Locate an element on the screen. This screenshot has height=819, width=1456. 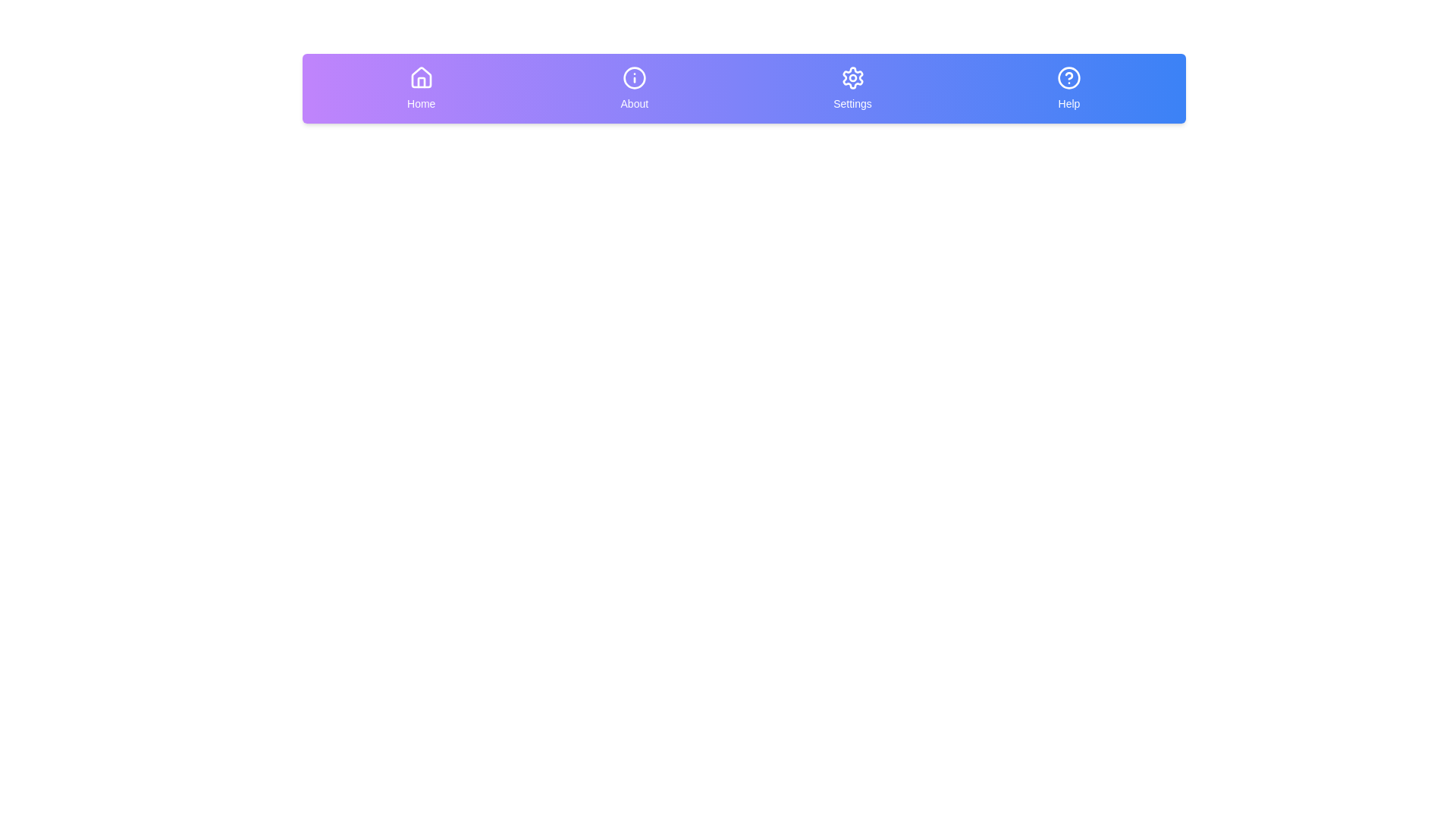
the decorative circular shape representing the border of the information icon, which is centered within the second icon from the left in the navigation bar, above the 'About' label is located at coordinates (634, 78).